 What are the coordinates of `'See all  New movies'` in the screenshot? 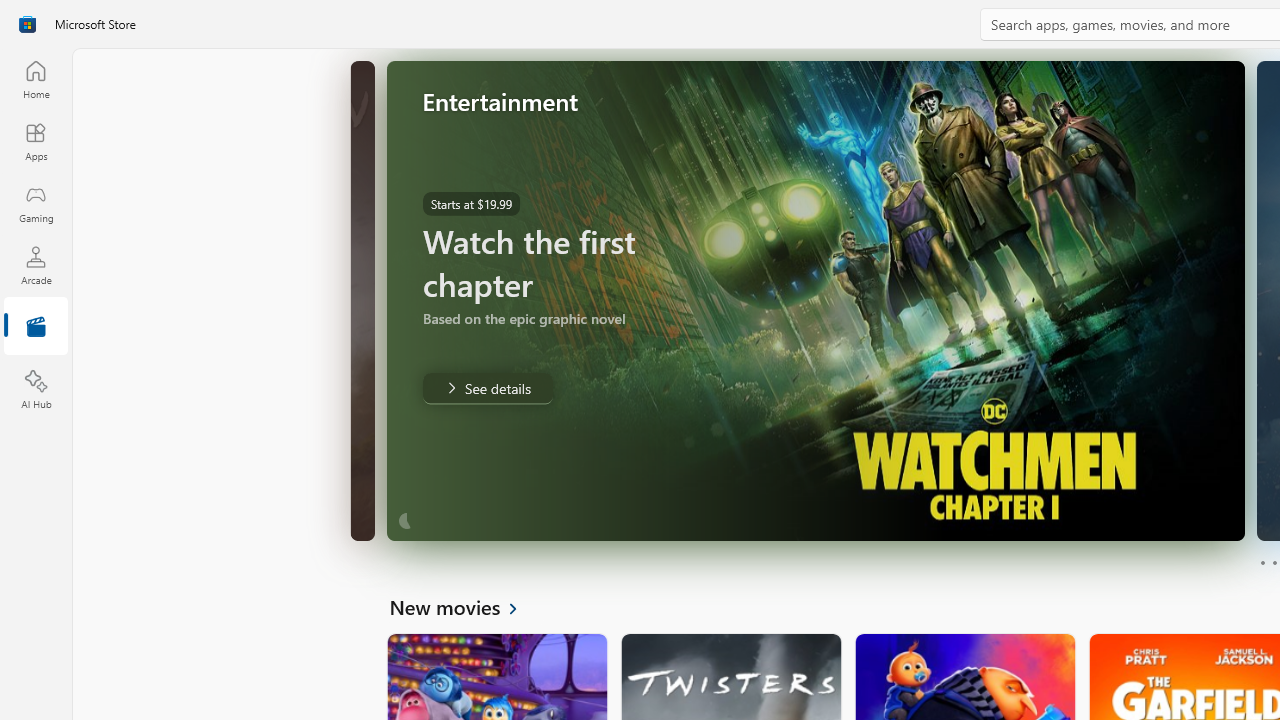 It's located at (464, 605).